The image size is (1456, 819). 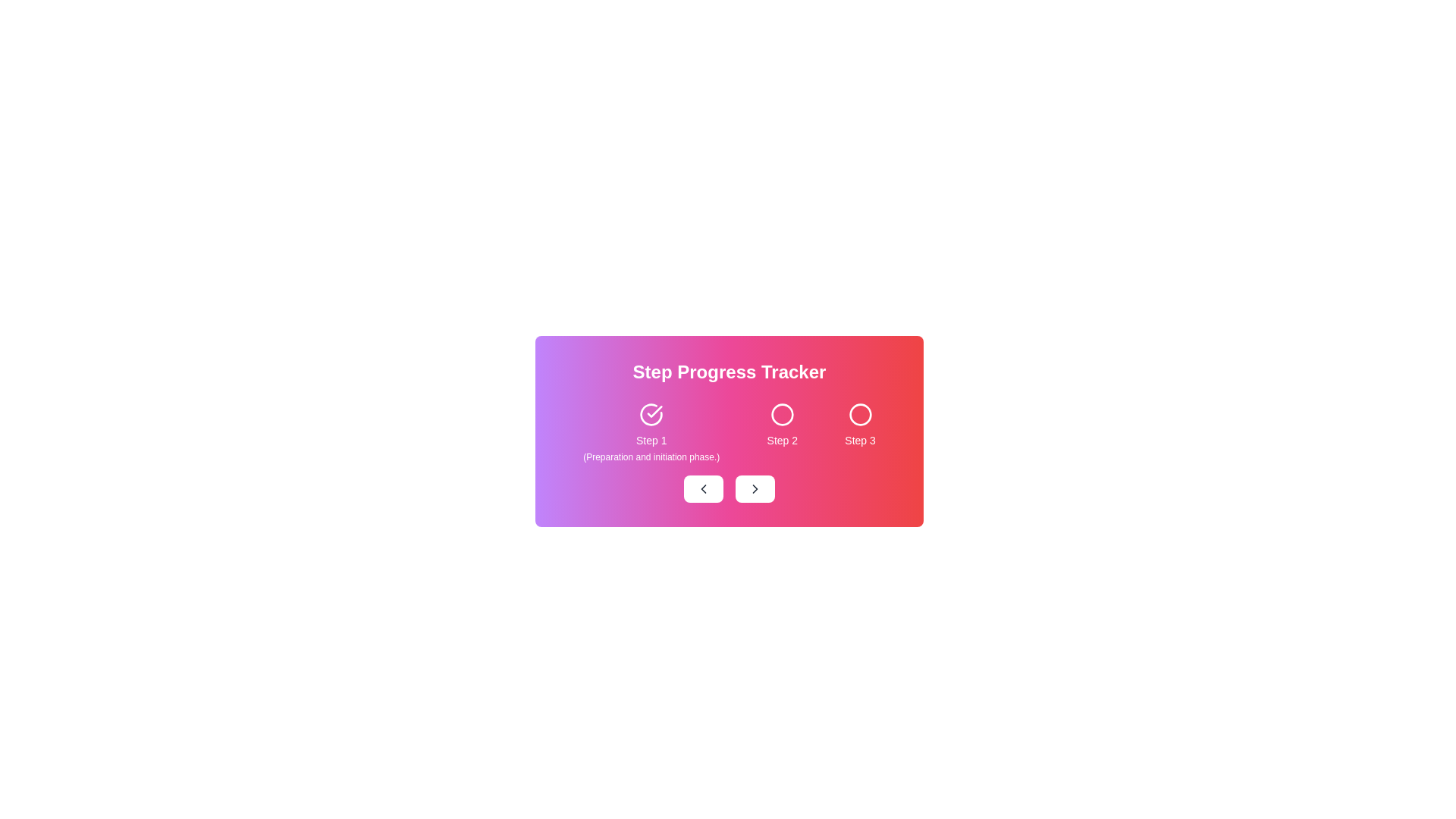 What do you see at coordinates (782, 432) in the screenshot?
I see `the second step indicator label combined with an icon, which is positioned centrally between the first step ('Step 1') and the third step ('Step 3')` at bounding box center [782, 432].